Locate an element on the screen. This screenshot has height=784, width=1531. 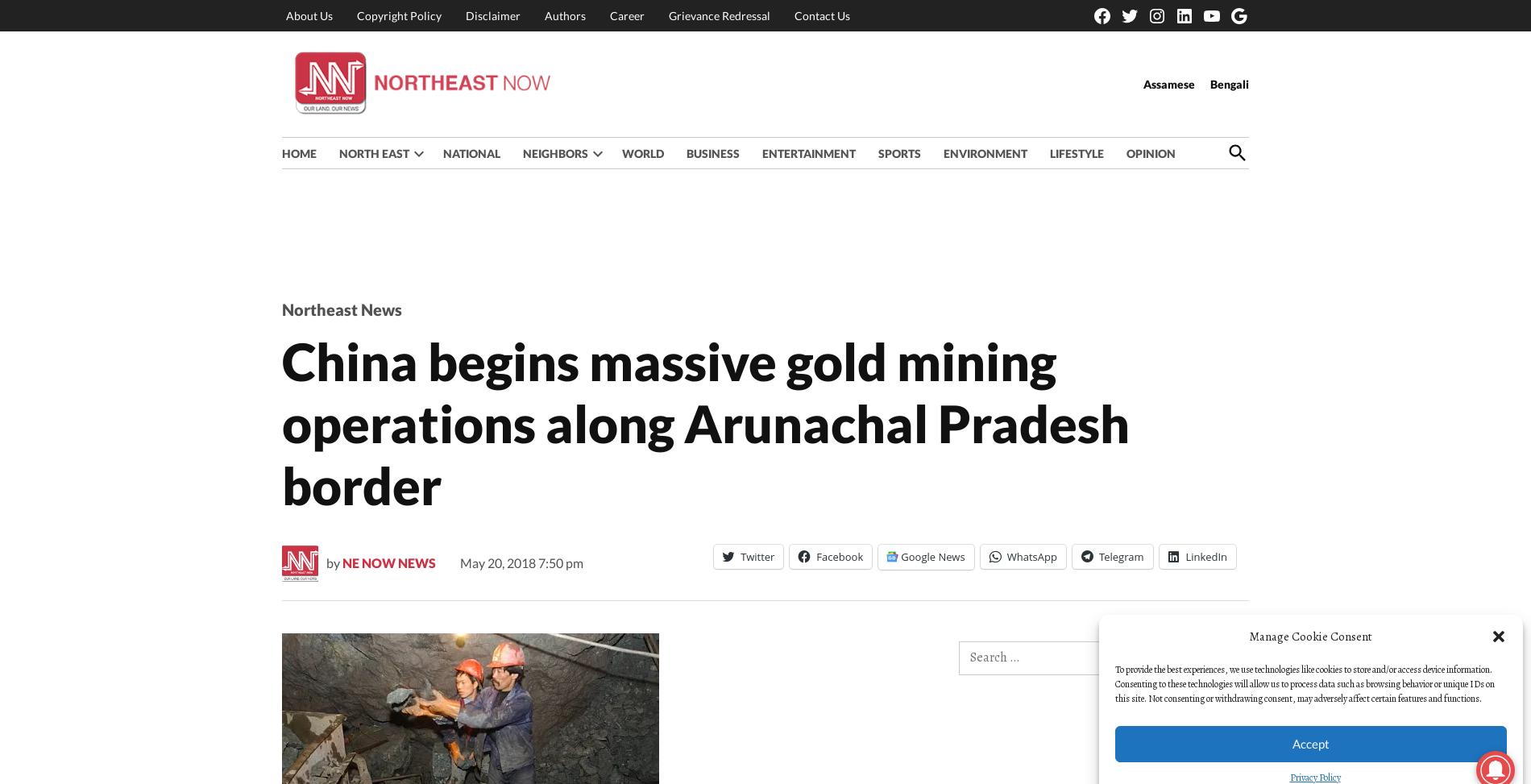
'Authors' is located at coordinates (565, 15).